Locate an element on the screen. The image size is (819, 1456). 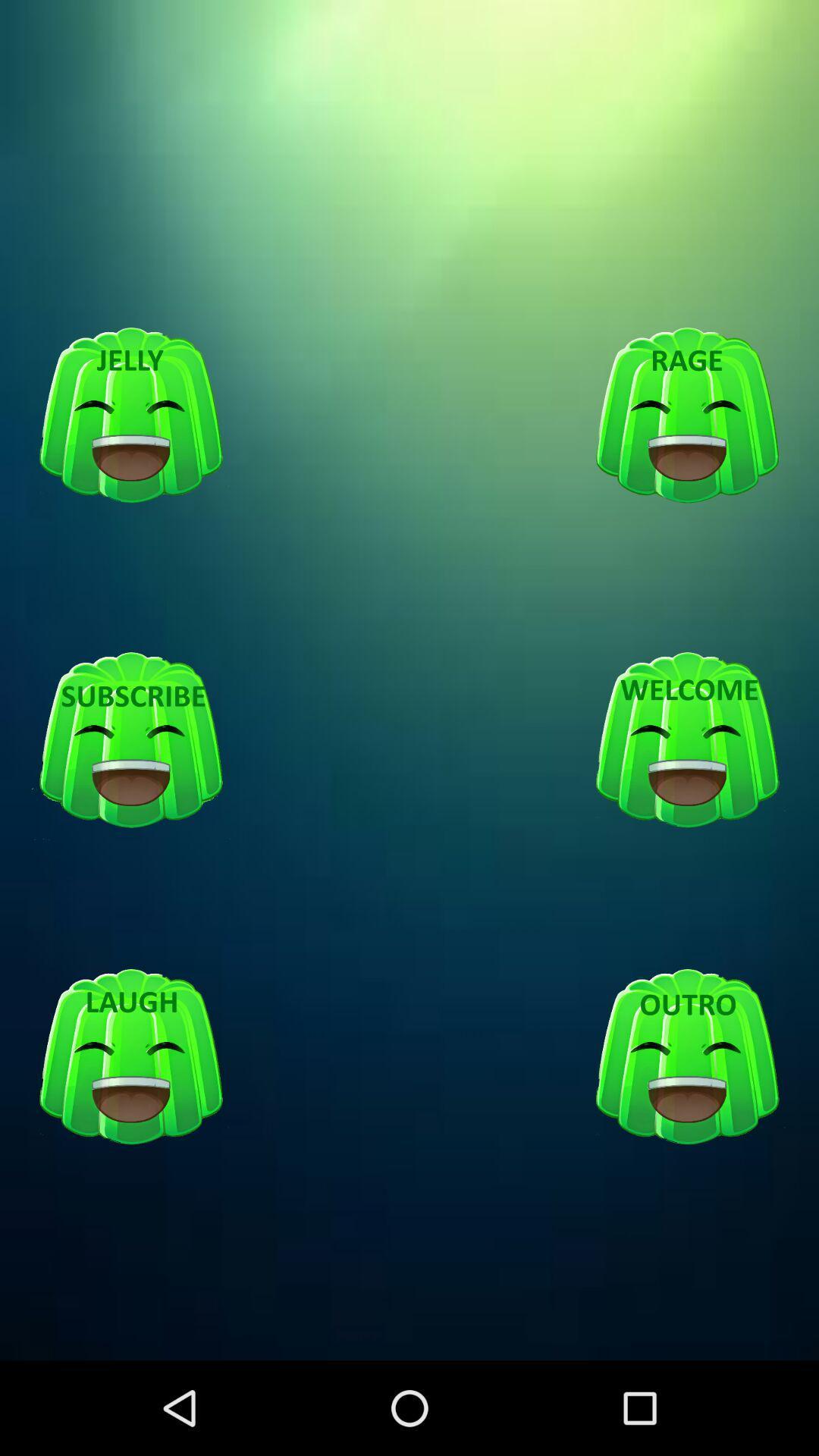
shows welcome option is located at coordinates (687, 741).